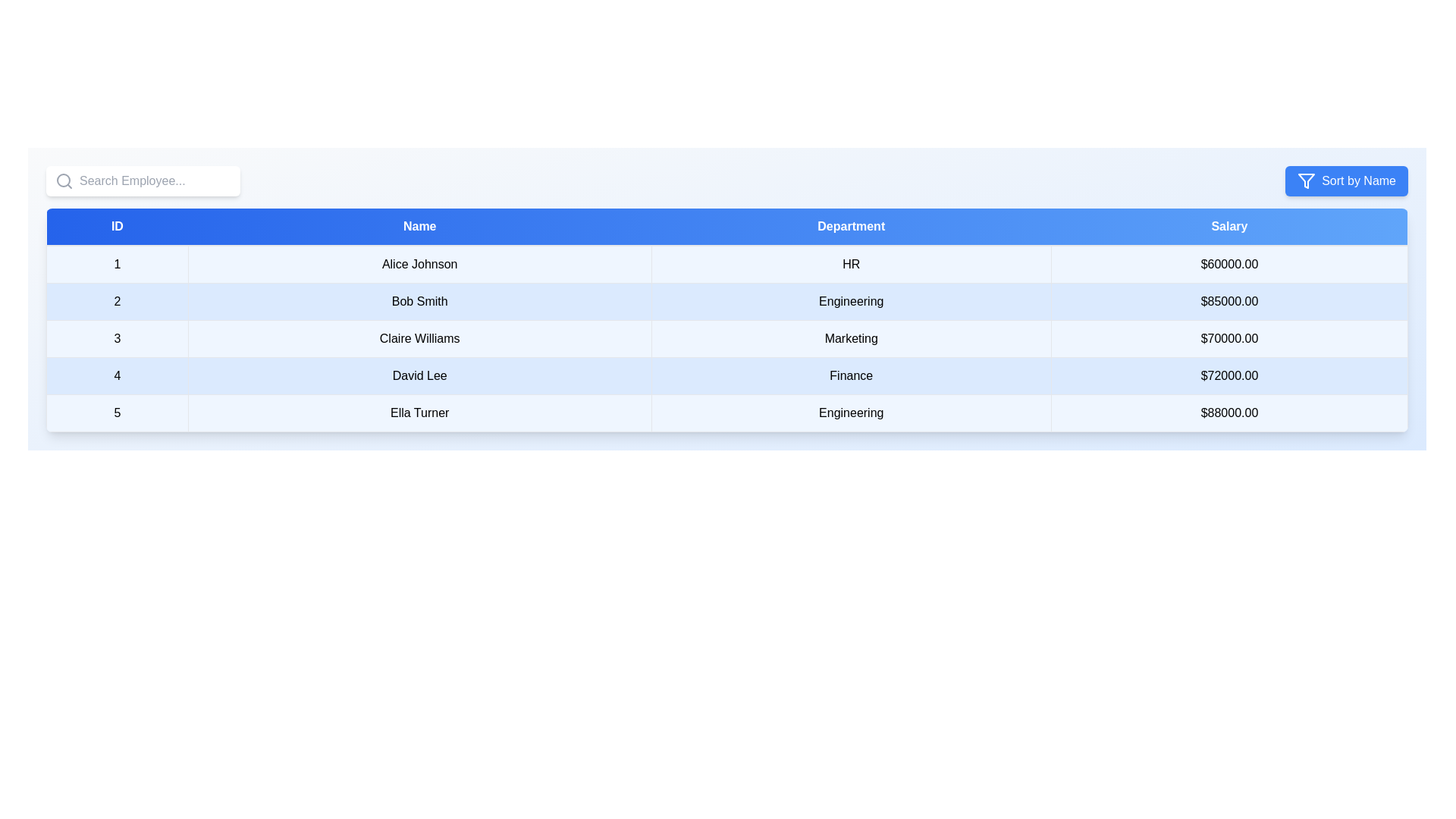  I want to click on the static text element displaying the digit '4', so click(116, 375).